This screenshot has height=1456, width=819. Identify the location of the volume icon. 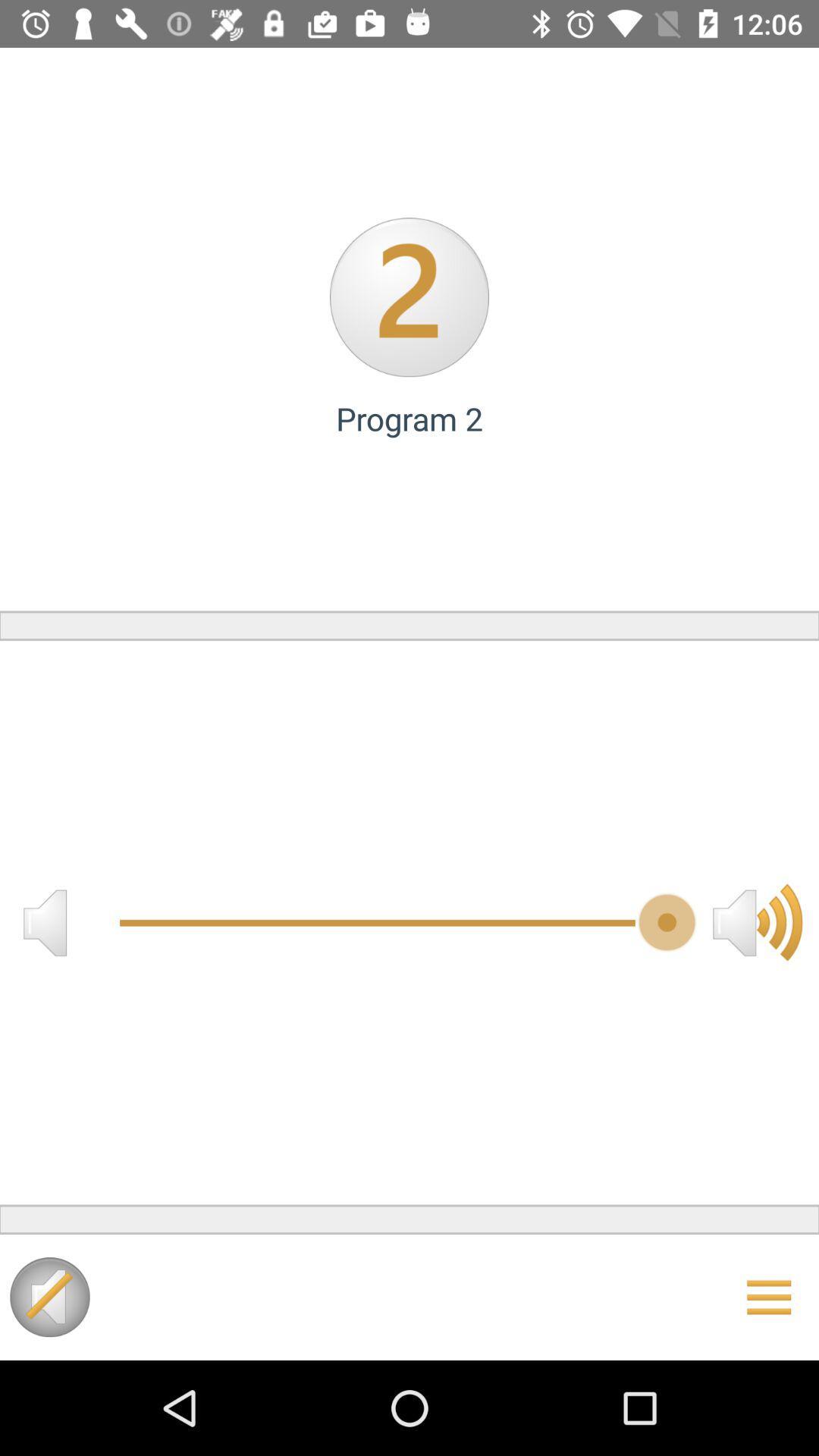
(49, 1296).